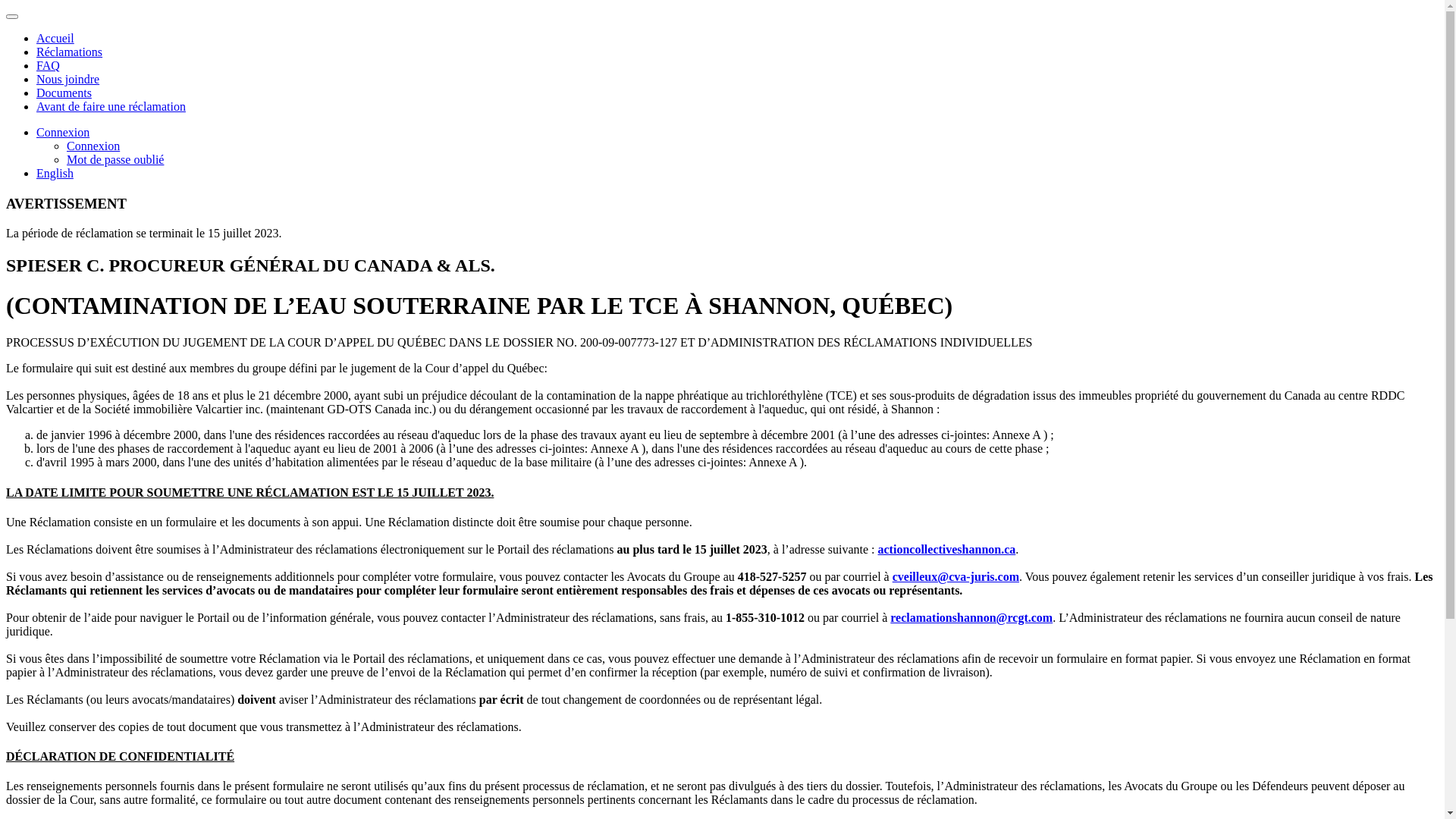 This screenshot has width=1456, height=819. What do you see at coordinates (55, 37) in the screenshot?
I see `'Accueil'` at bounding box center [55, 37].